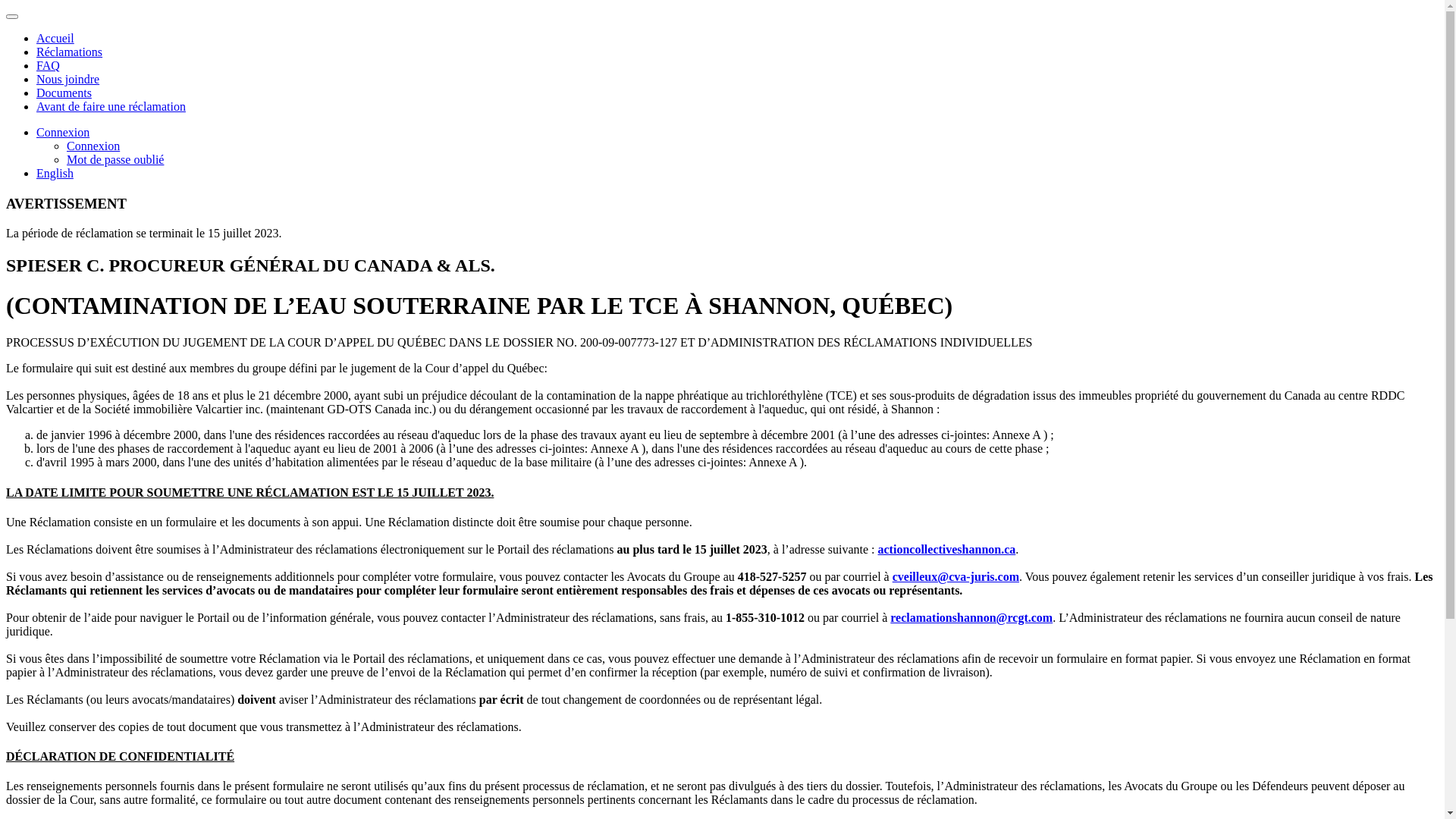 This screenshot has width=1456, height=819. What do you see at coordinates (55, 37) in the screenshot?
I see `'Accueil'` at bounding box center [55, 37].